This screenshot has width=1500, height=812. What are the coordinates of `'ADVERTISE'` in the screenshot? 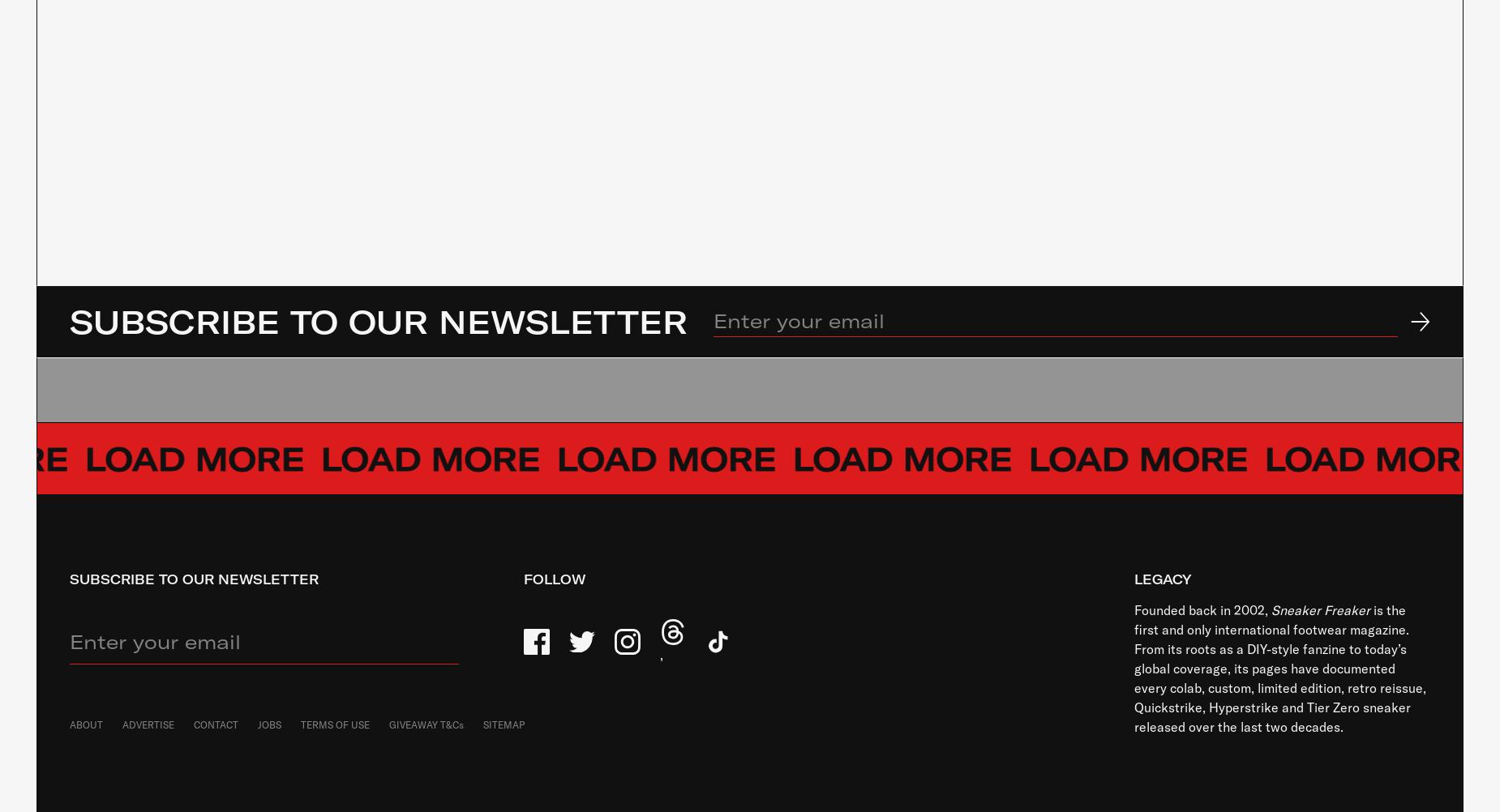 It's located at (147, 724).